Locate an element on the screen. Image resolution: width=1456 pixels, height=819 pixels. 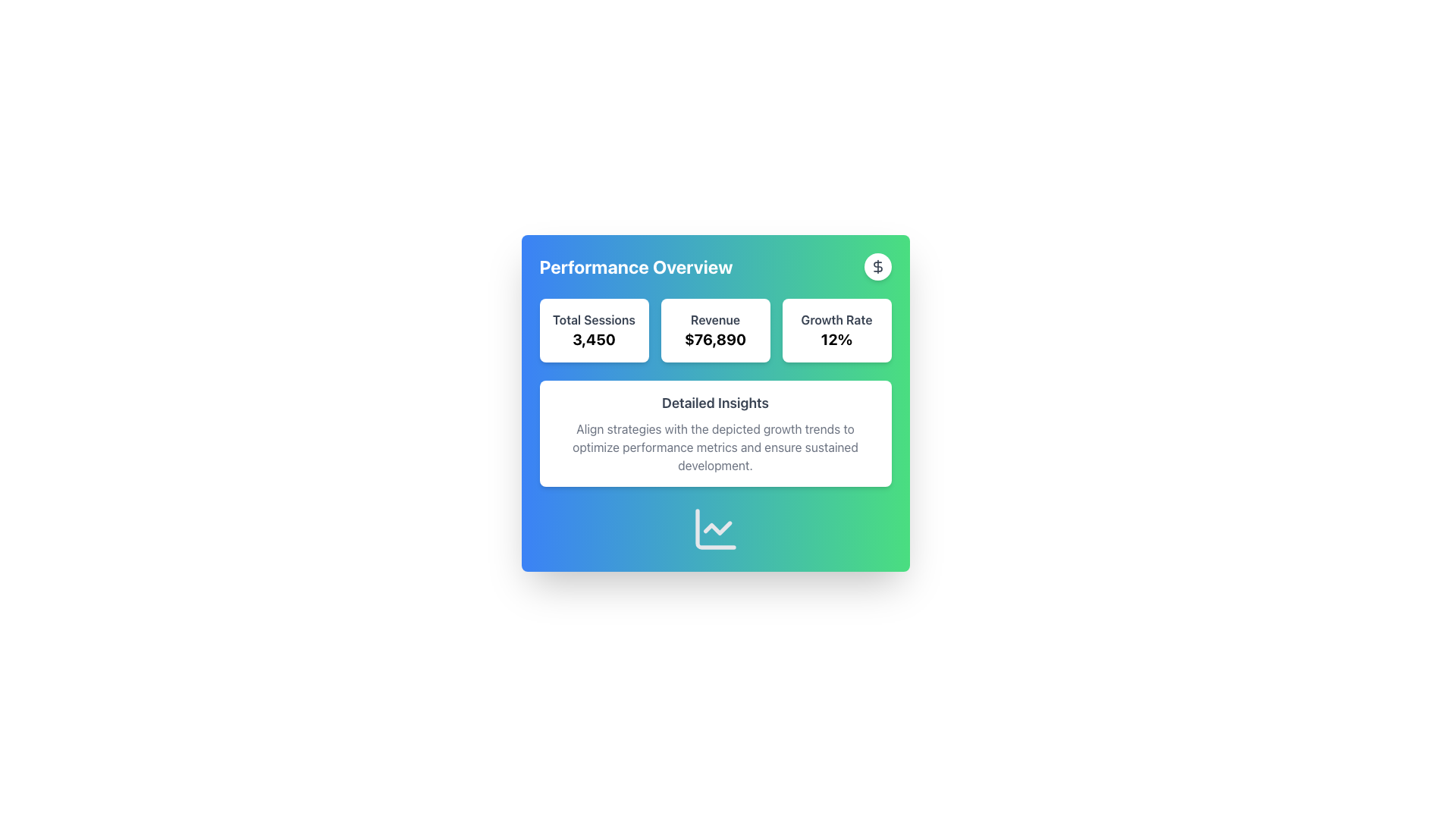
text displayed on the Information Card, which shows the growth rate as a percentage, located in the third column of the grid layout, to the right of the Revenue box is located at coordinates (836, 329).